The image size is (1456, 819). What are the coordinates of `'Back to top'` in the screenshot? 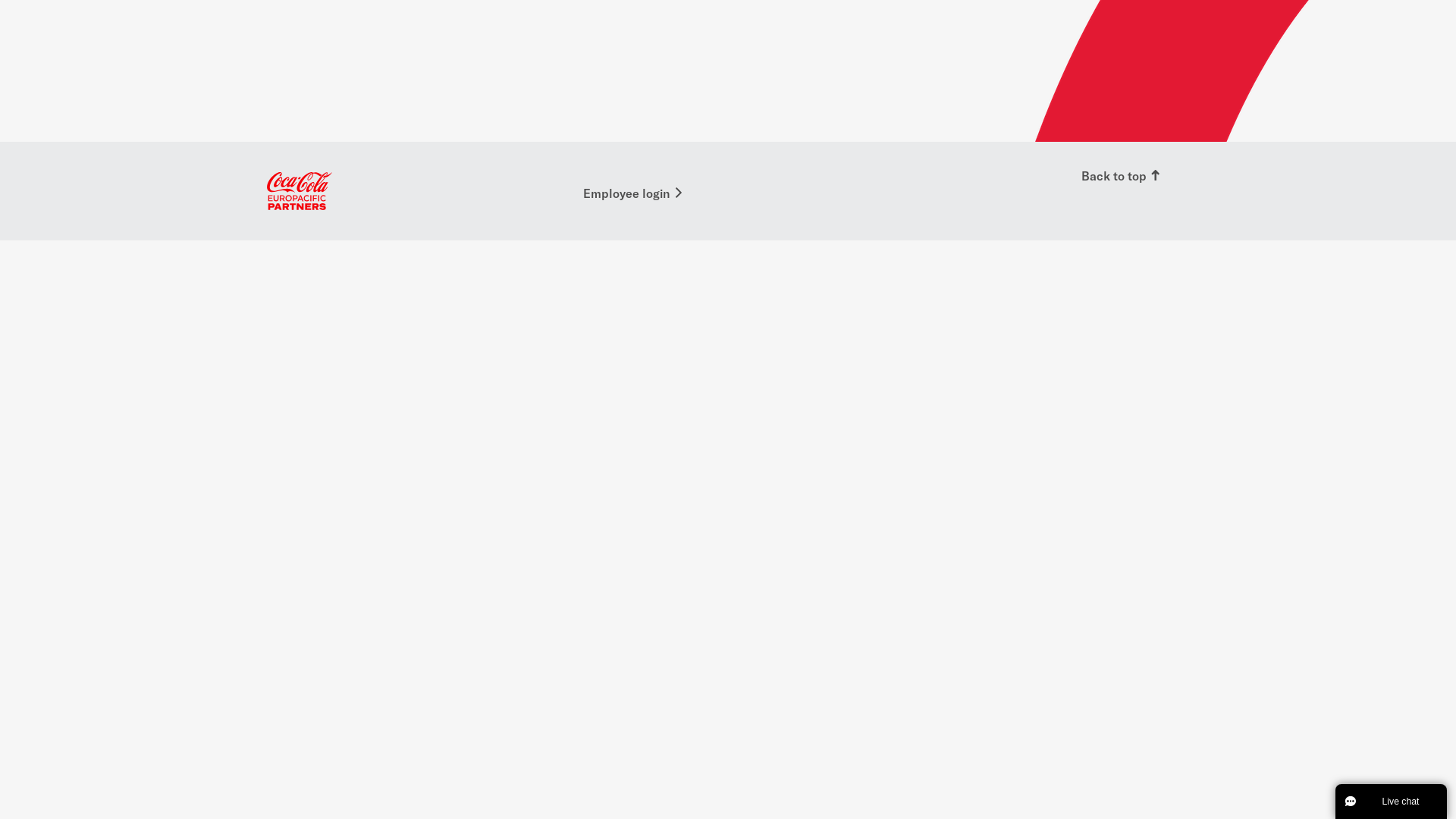 It's located at (1121, 175).